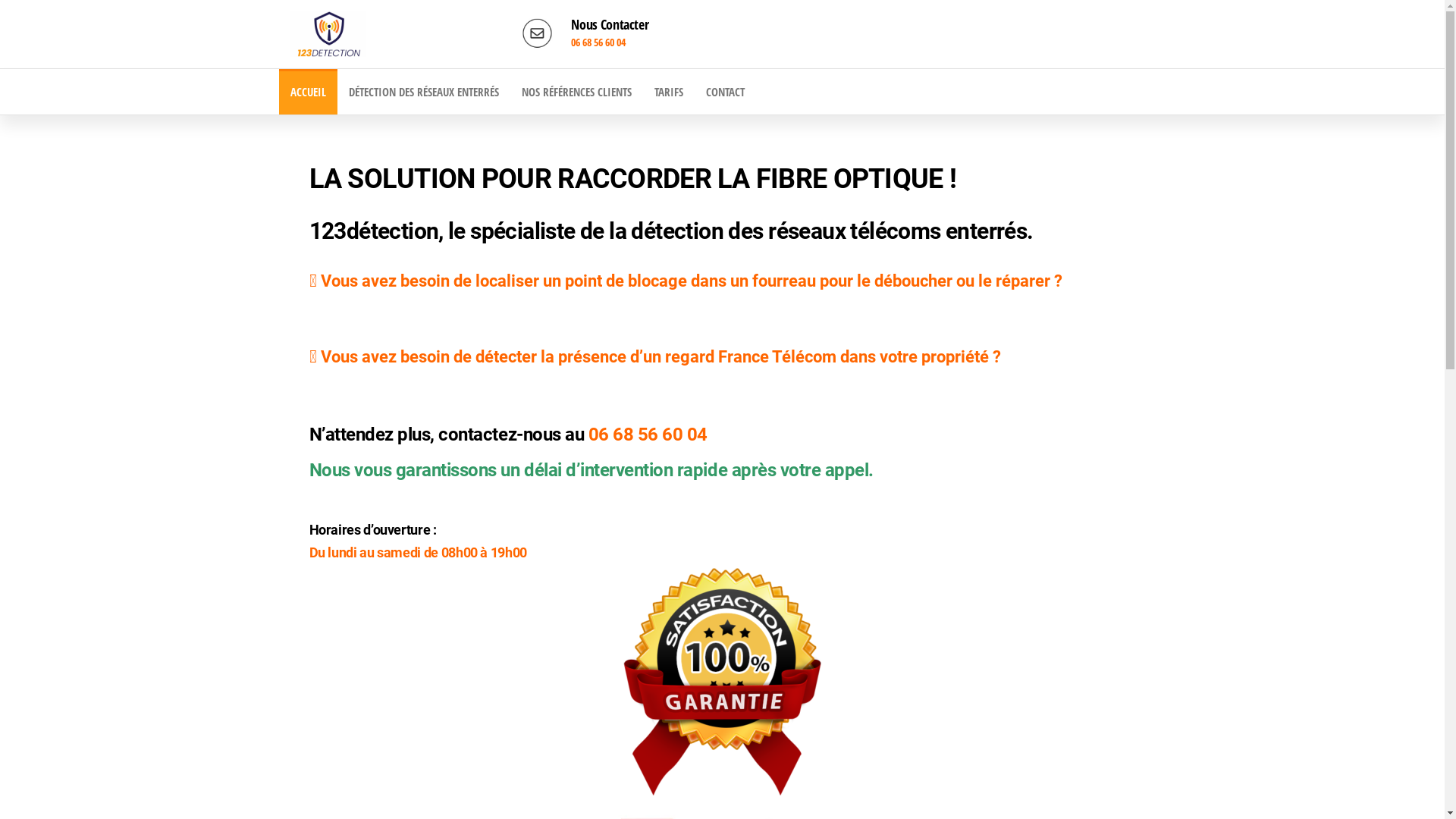 The width and height of the screenshot is (1456, 819). I want to click on 'CONTACT', so click(694, 91).